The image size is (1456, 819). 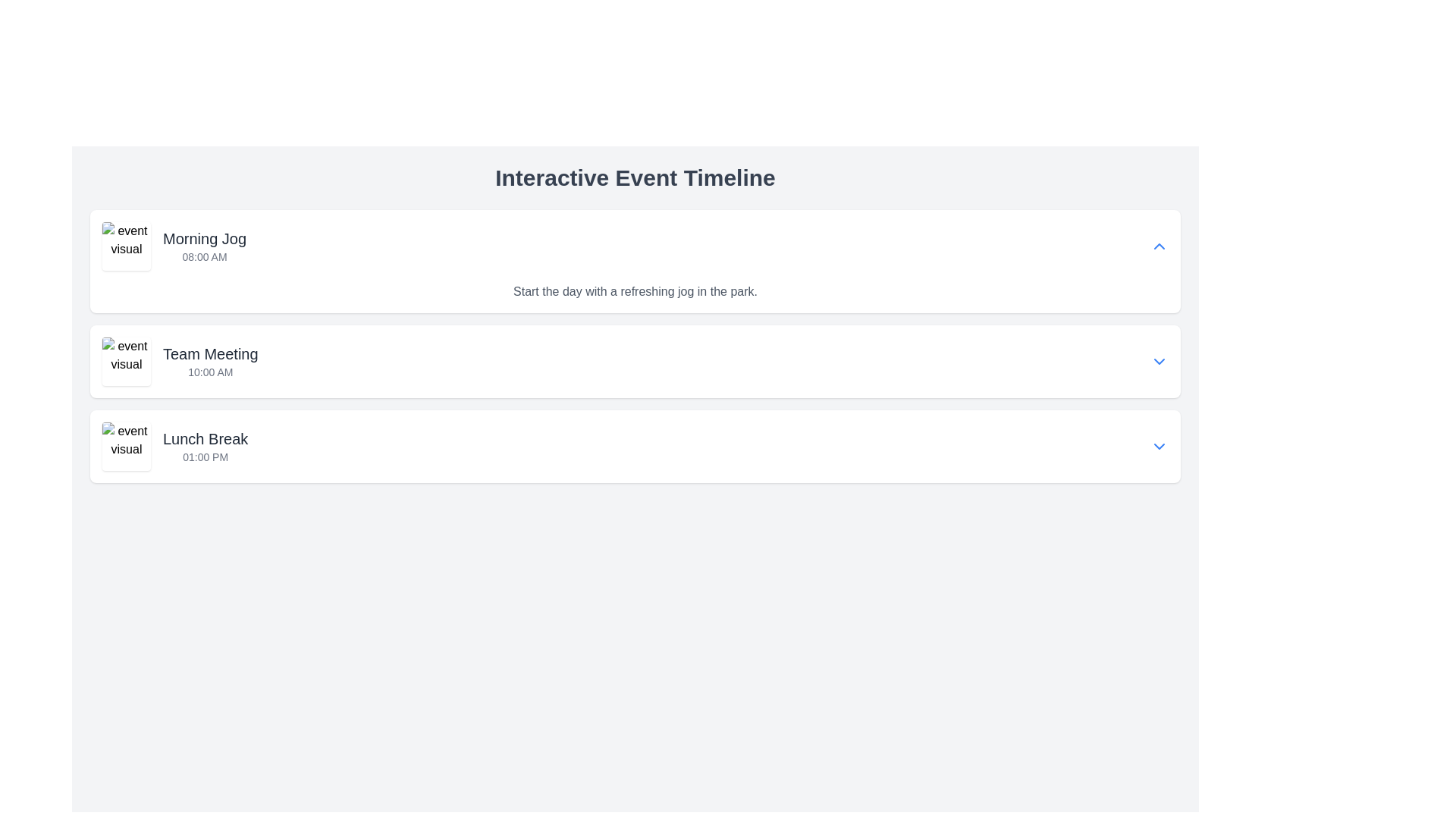 What do you see at coordinates (209, 353) in the screenshot?
I see `the 'Team Meeting' text label, which is centrally located in the second timeline entry of the Interactive Event Timeline and displays the event title in a large, bold, dark gray font` at bounding box center [209, 353].